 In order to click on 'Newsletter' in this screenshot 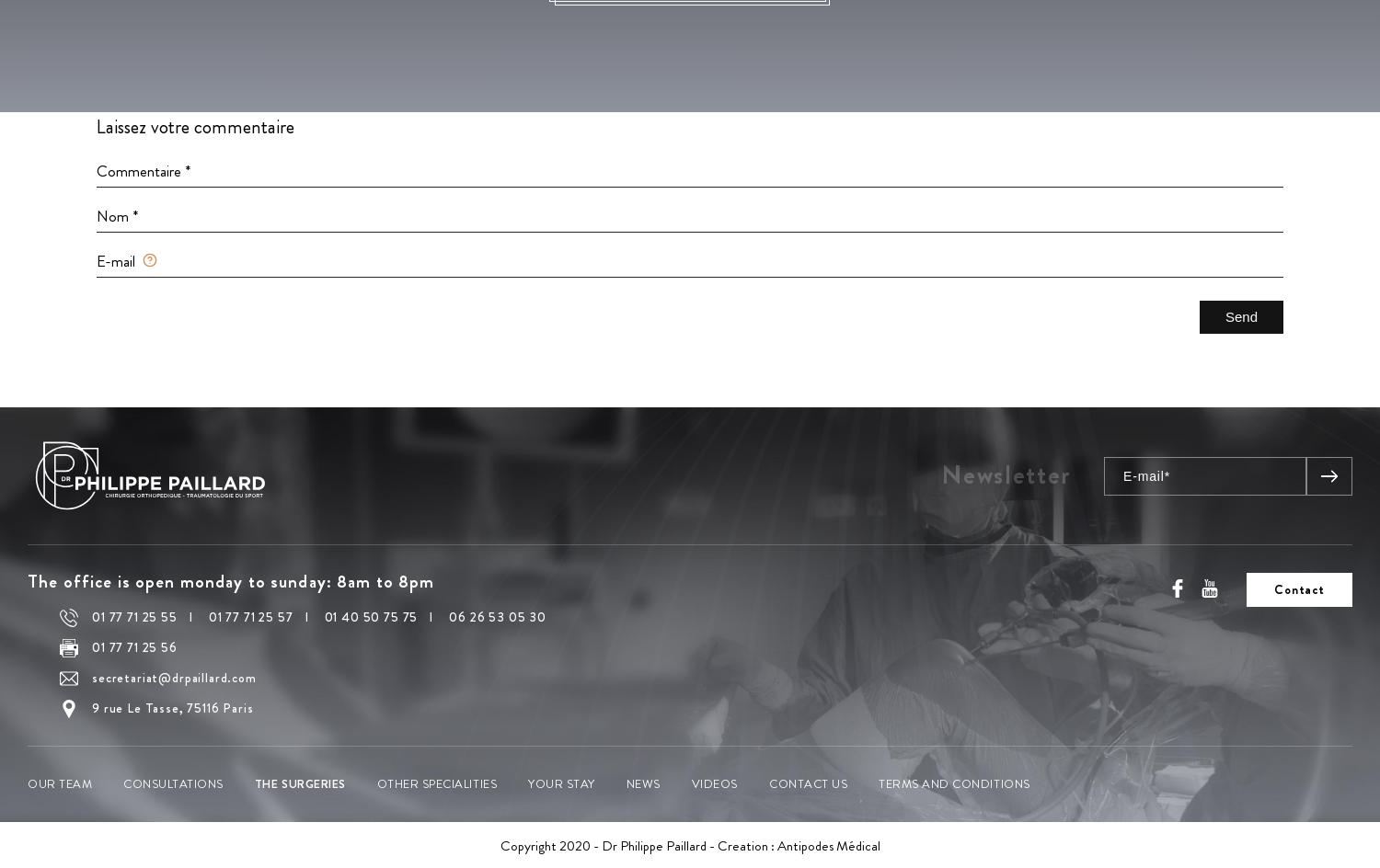, I will do `click(1005, 474)`.